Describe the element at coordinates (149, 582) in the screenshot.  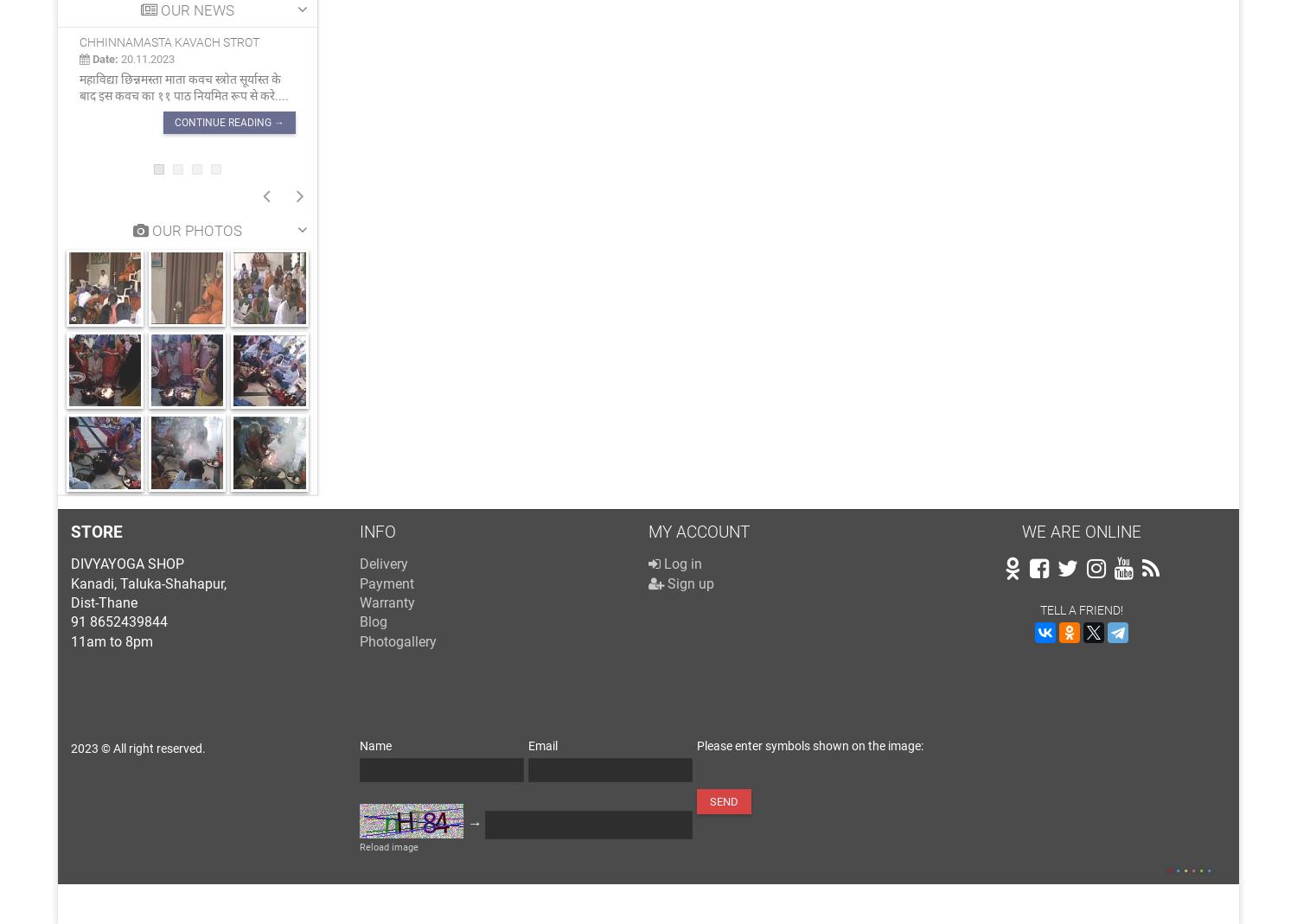
I see `'Kanadi, Taluka-Shahapur,'` at that location.